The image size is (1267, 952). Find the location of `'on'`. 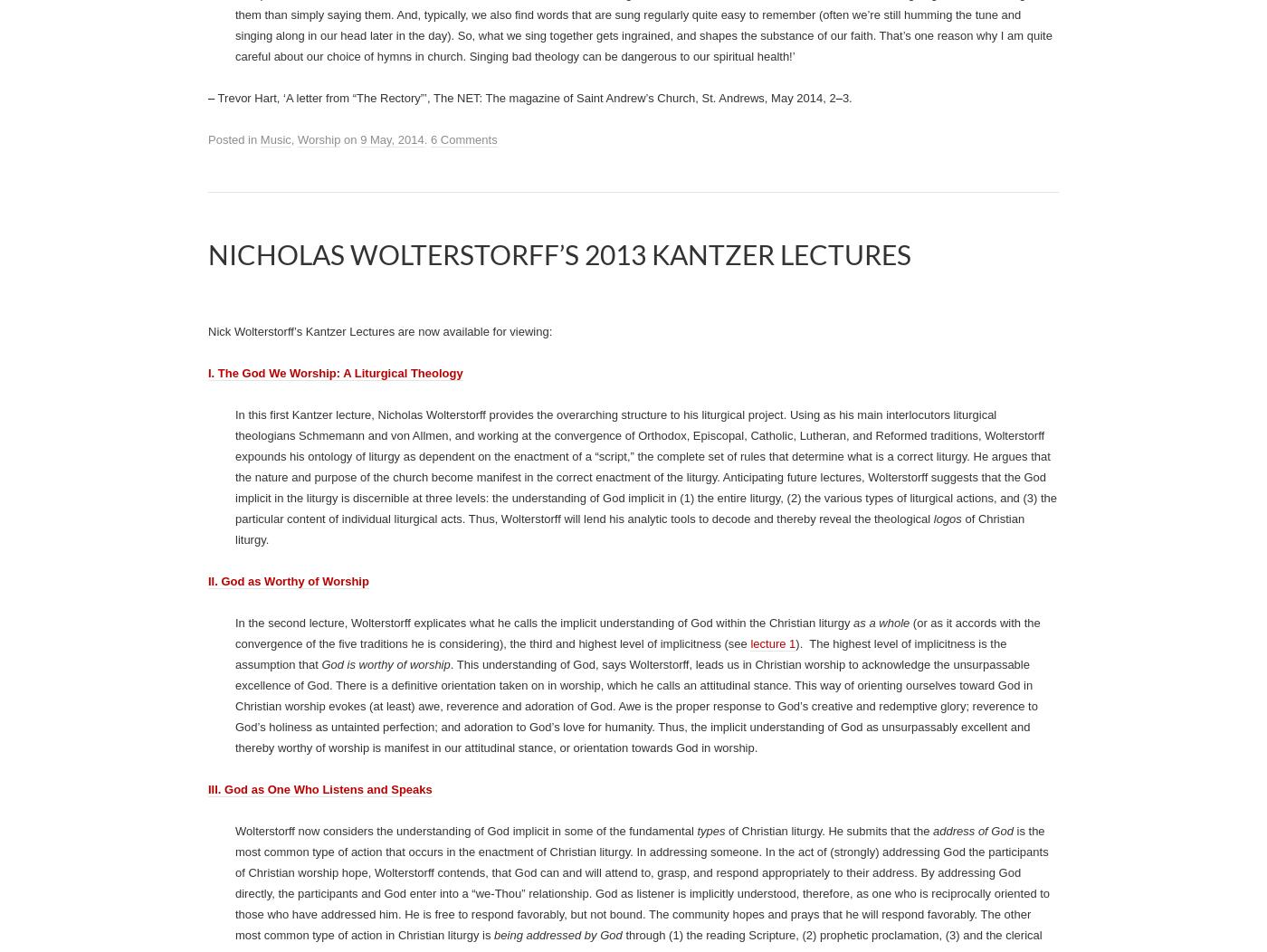

'on' is located at coordinates (343, 426).